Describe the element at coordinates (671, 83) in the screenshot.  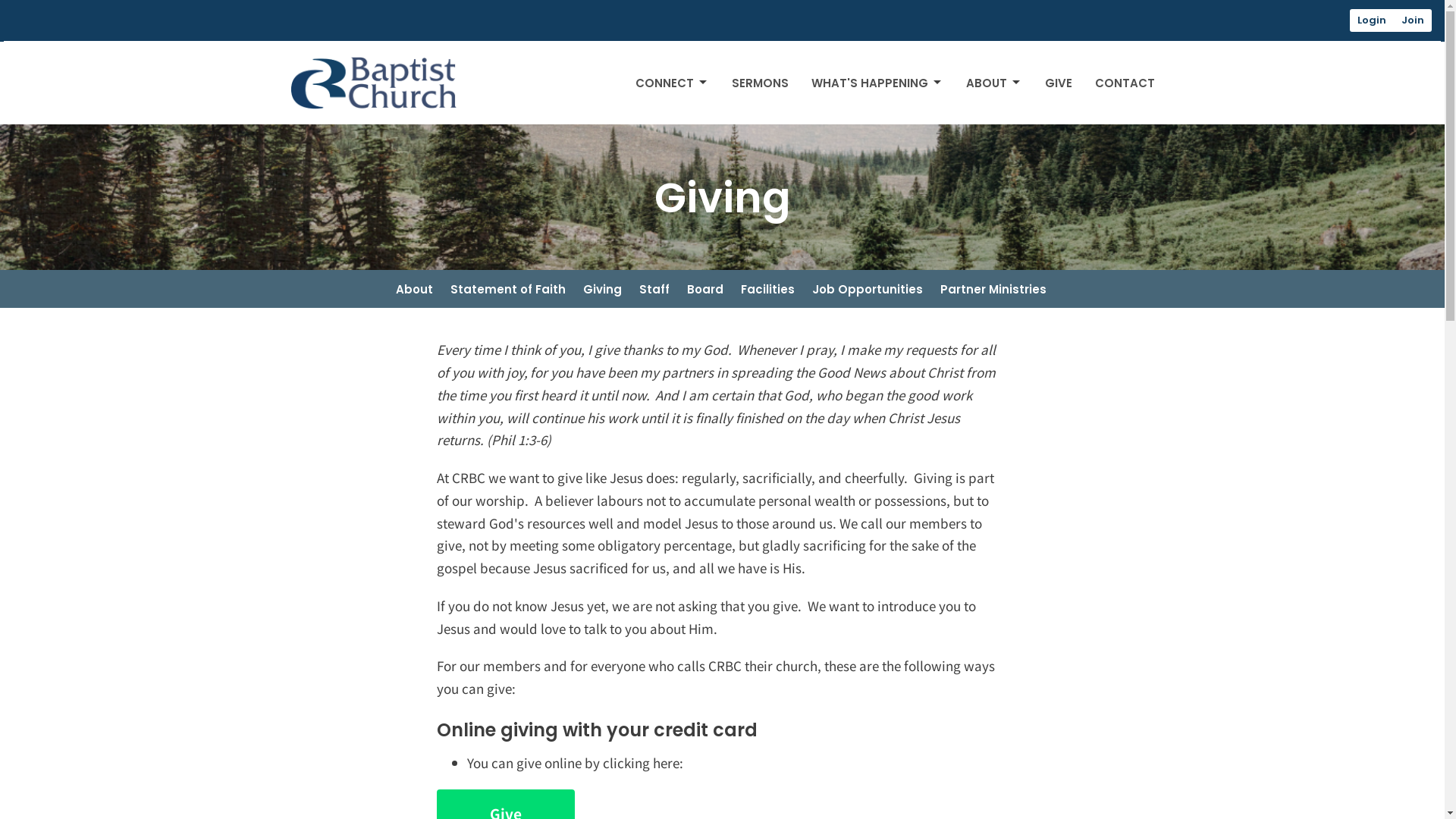
I see `'CONNECT'` at that location.